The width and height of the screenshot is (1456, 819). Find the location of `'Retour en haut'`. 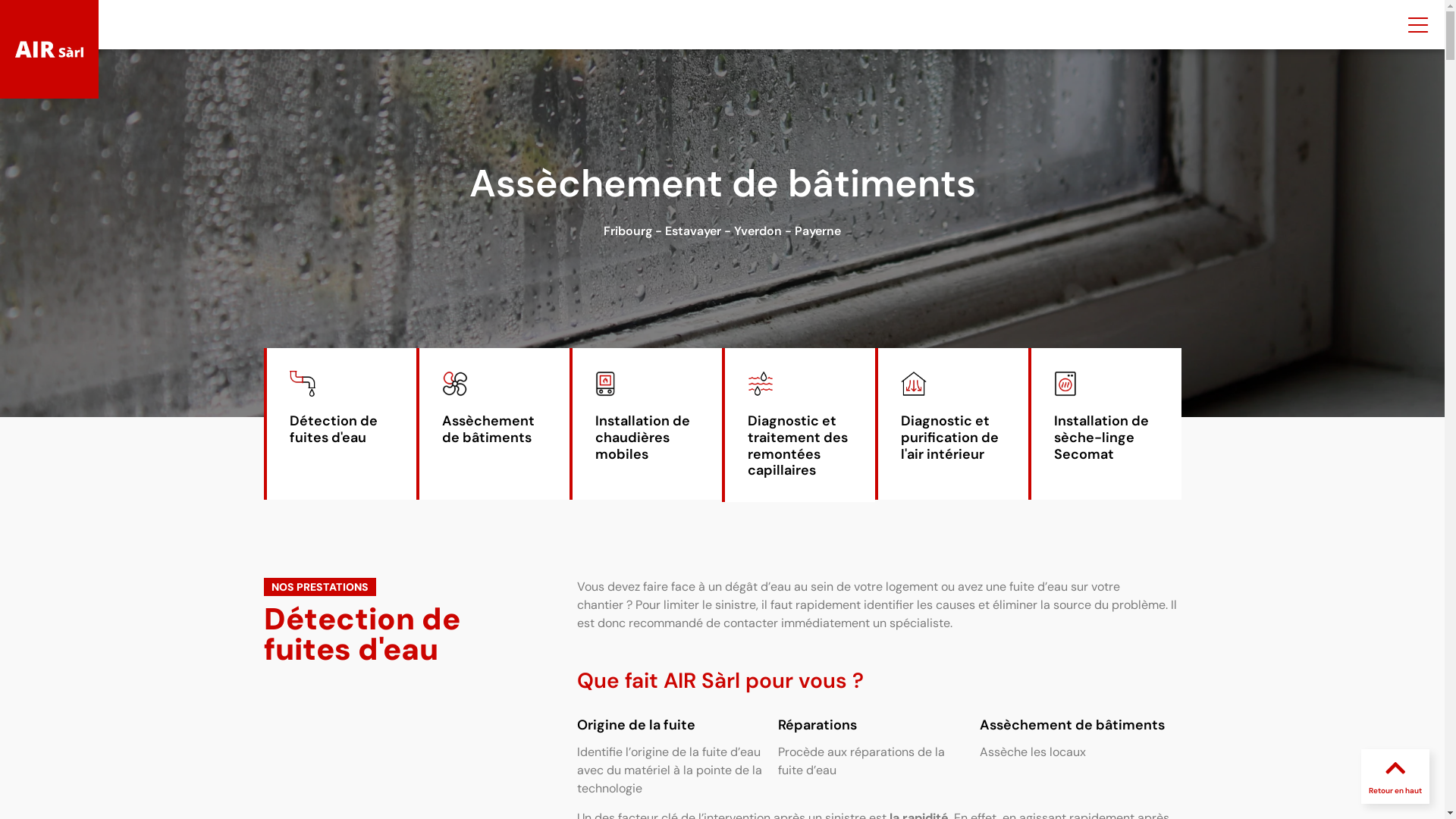

'Retour en haut' is located at coordinates (1395, 789).